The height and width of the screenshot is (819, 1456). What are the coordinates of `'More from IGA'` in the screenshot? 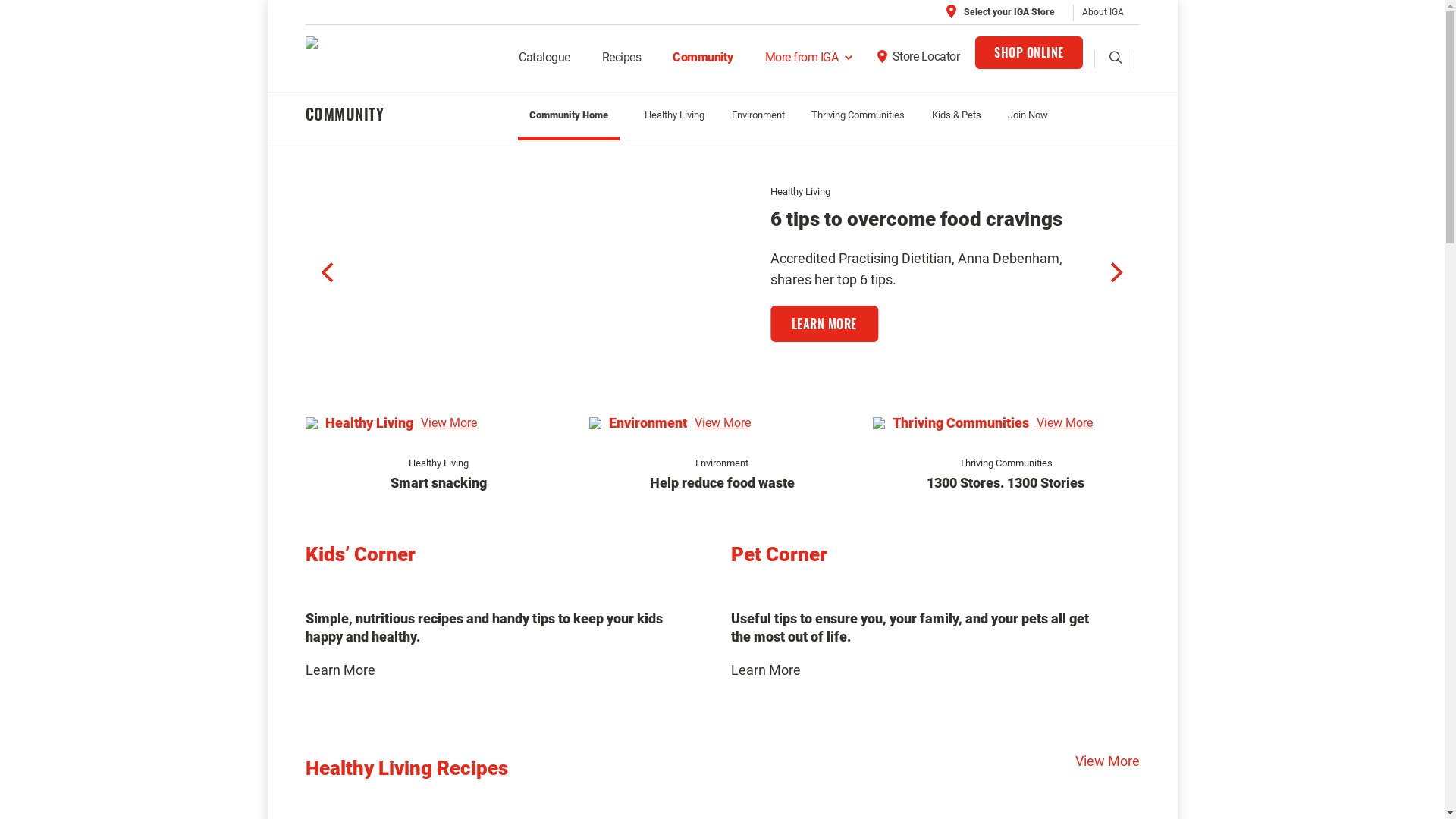 It's located at (749, 62).